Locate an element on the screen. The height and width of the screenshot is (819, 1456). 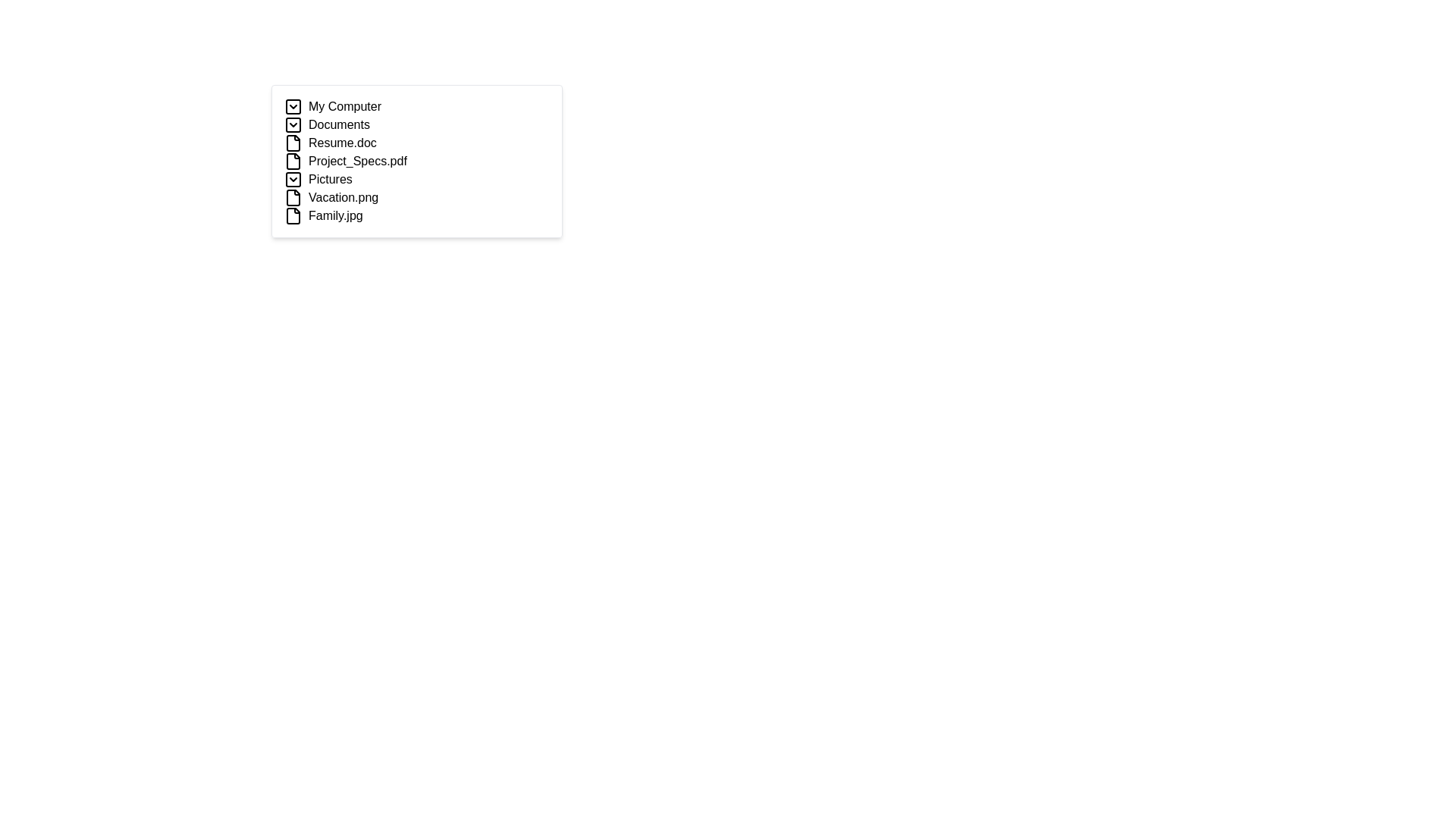
file icon representing 'Vacation.png' located in the Pictures section of the interface, which is the fifth element in the vertical list is located at coordinates (293, 197).